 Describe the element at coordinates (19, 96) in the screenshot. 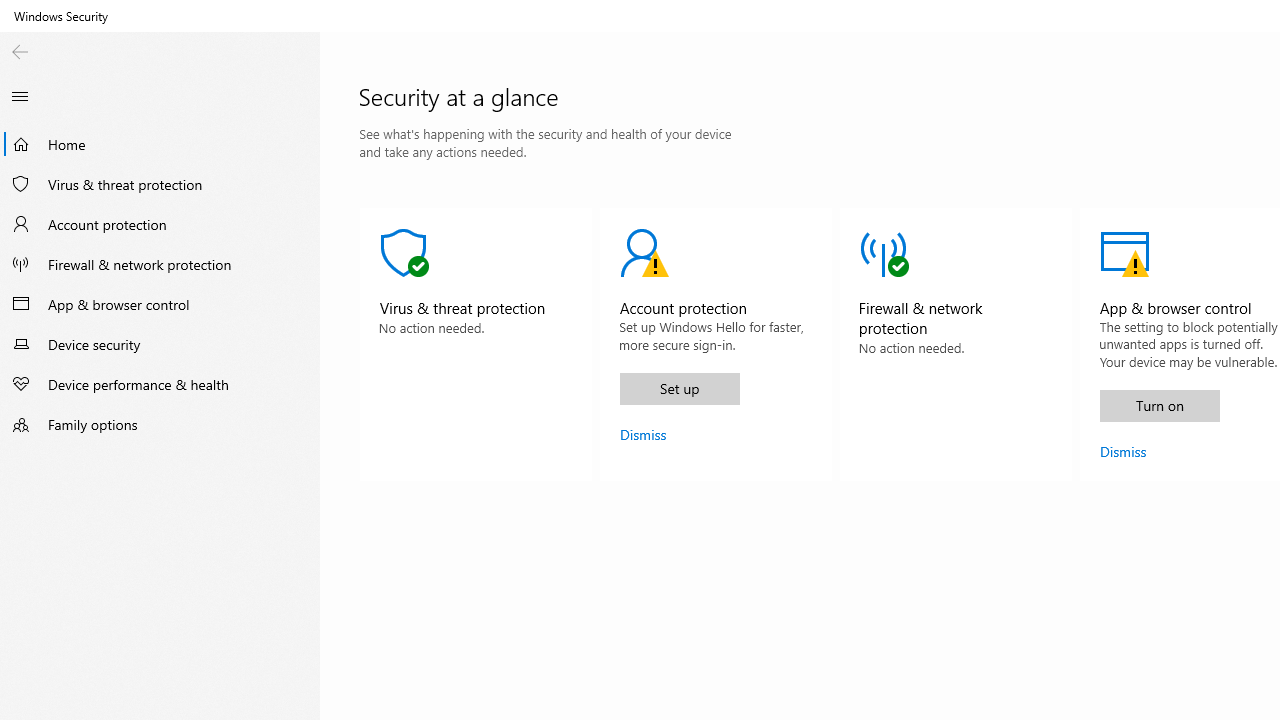

I see `'Close Navigation'` at that location.